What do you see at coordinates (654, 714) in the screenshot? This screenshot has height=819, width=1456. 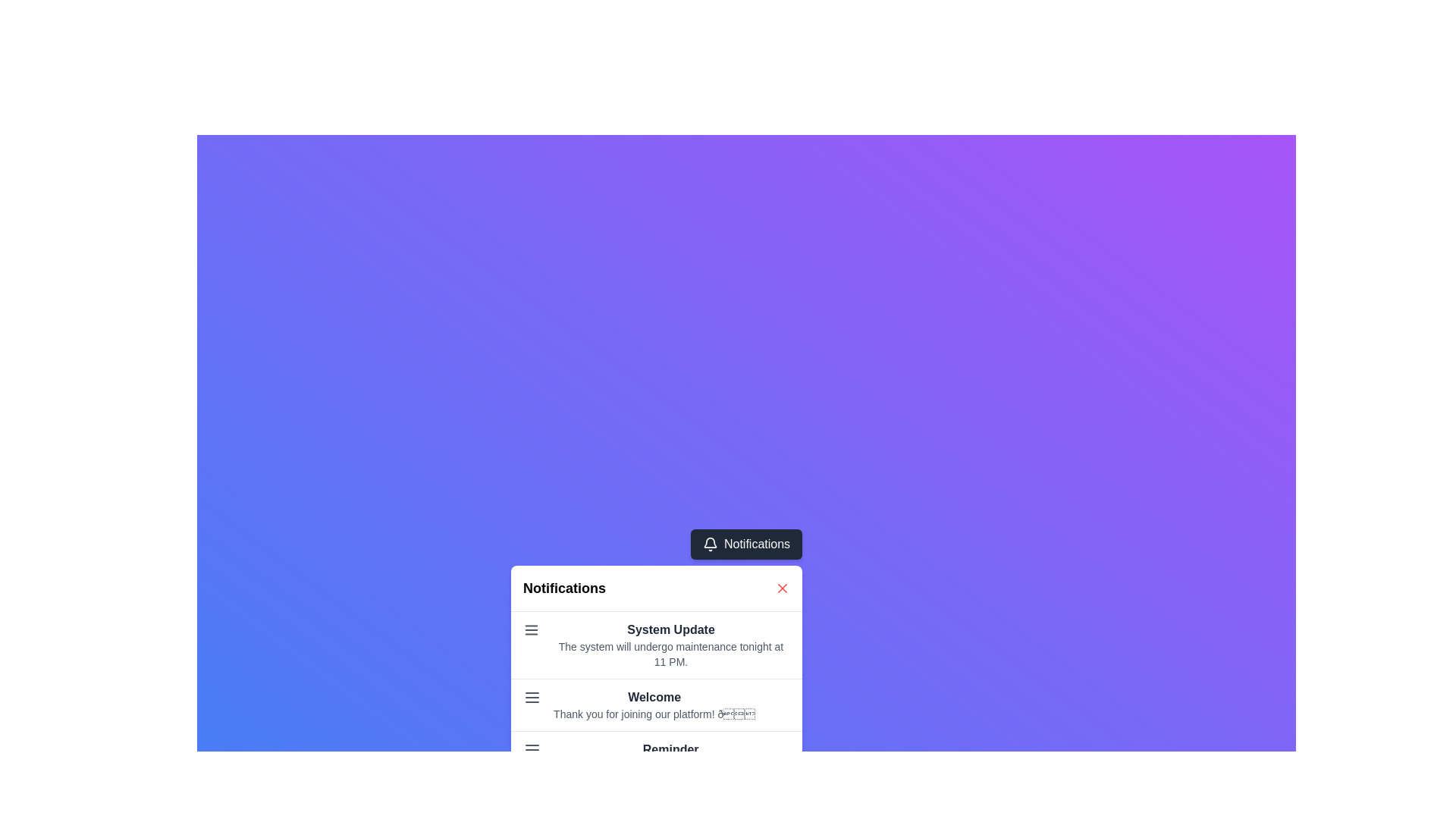 I see `the welcoming message text located below the 'Welcome' title in the second notification item of the notification list` at bounding box center [654, 714].